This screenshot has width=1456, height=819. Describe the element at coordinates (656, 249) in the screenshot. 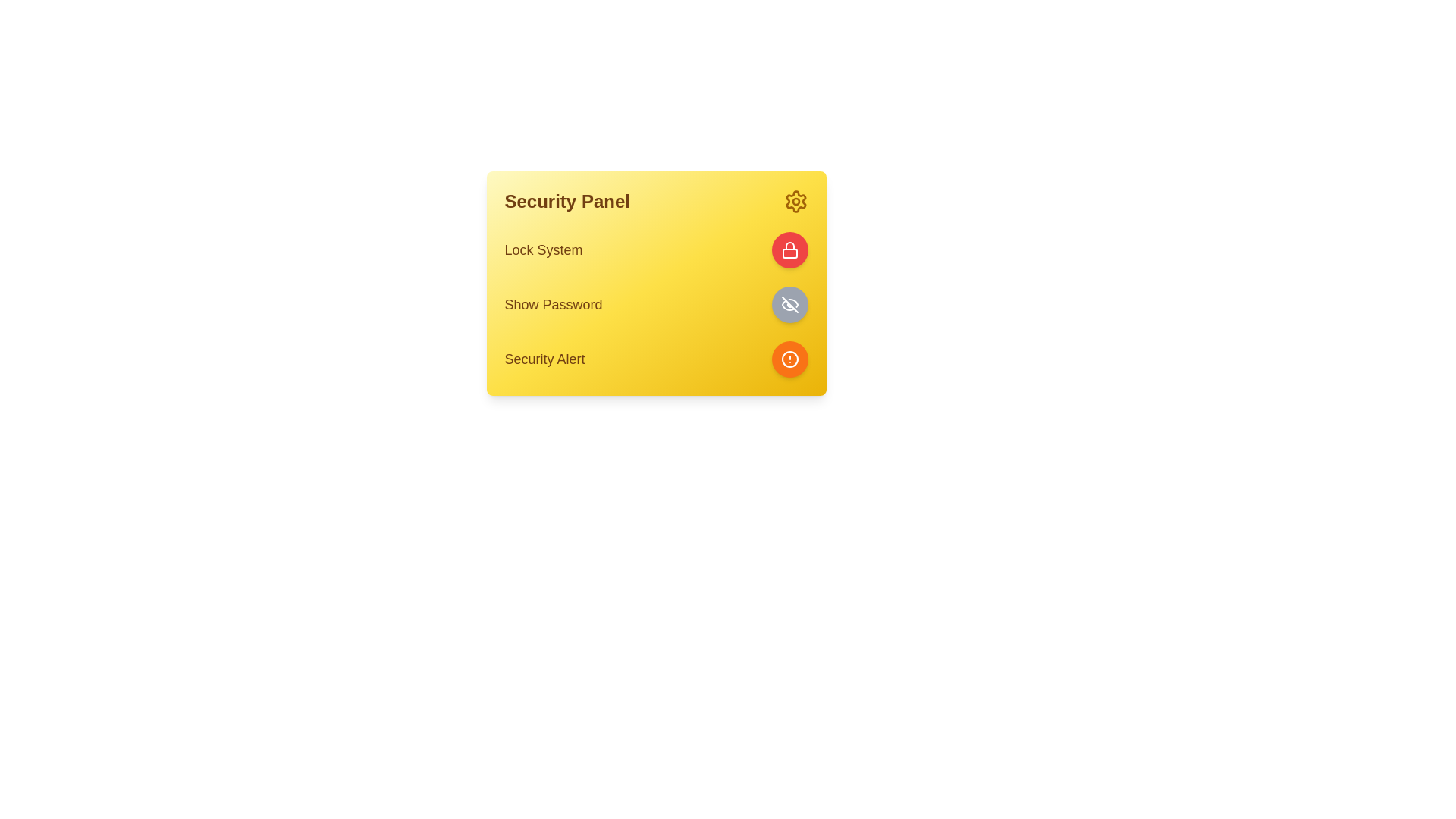

I see `the 'Lock System' element, which consists of a bold, golden-brown text label and a round red button with a white lock icon, located in the Security Panel` at that location.